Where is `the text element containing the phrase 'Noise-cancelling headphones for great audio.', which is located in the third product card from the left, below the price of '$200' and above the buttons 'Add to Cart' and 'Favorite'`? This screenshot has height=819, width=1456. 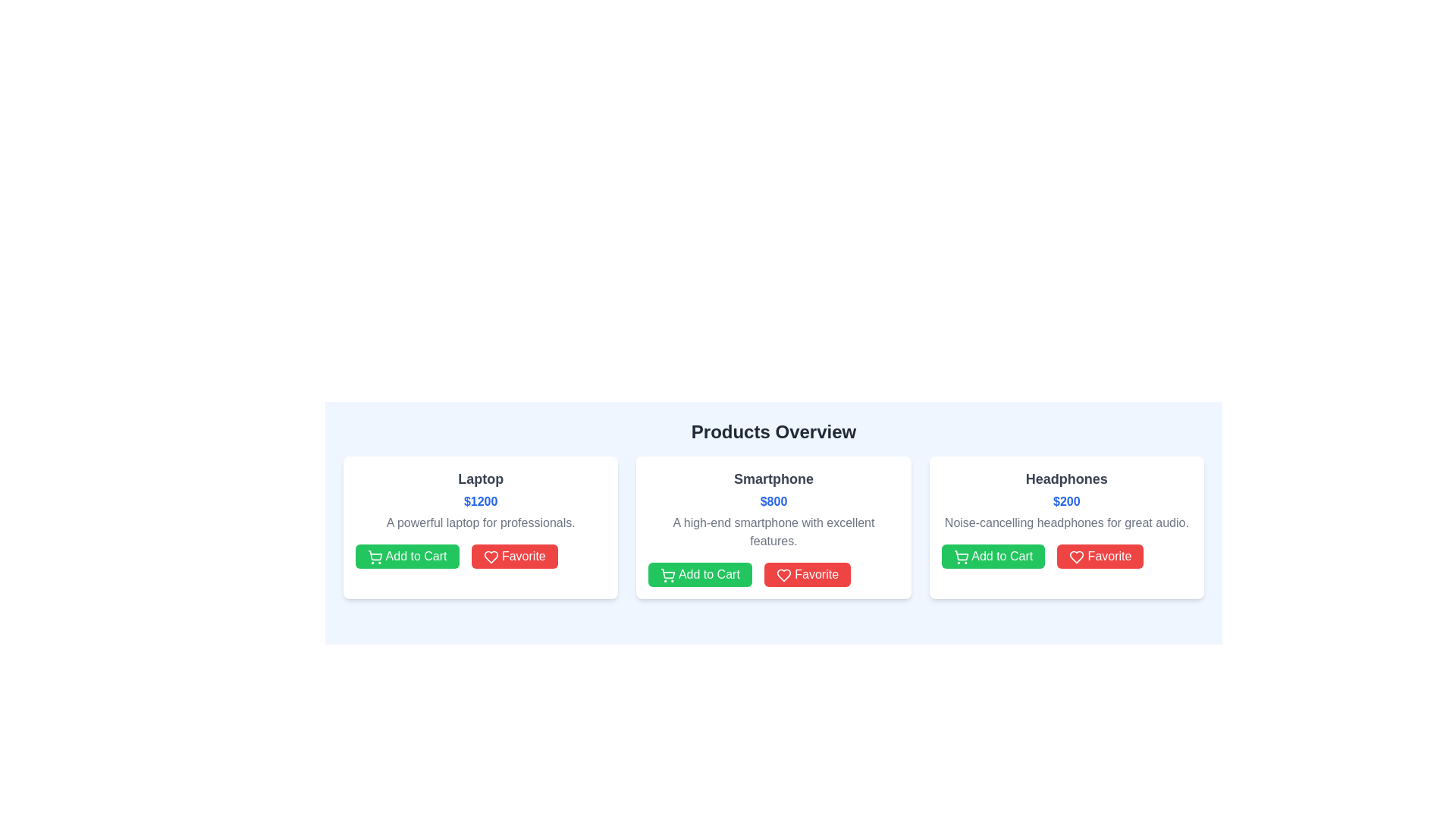 the text element containing the phrase 'Noise-cancelling headphones for great audio.', which is located in the third product card from the left, below the price of '$200' and above the buttons 'Add to Cart' and 'Favorite' is located at coordinates (1065, 522).